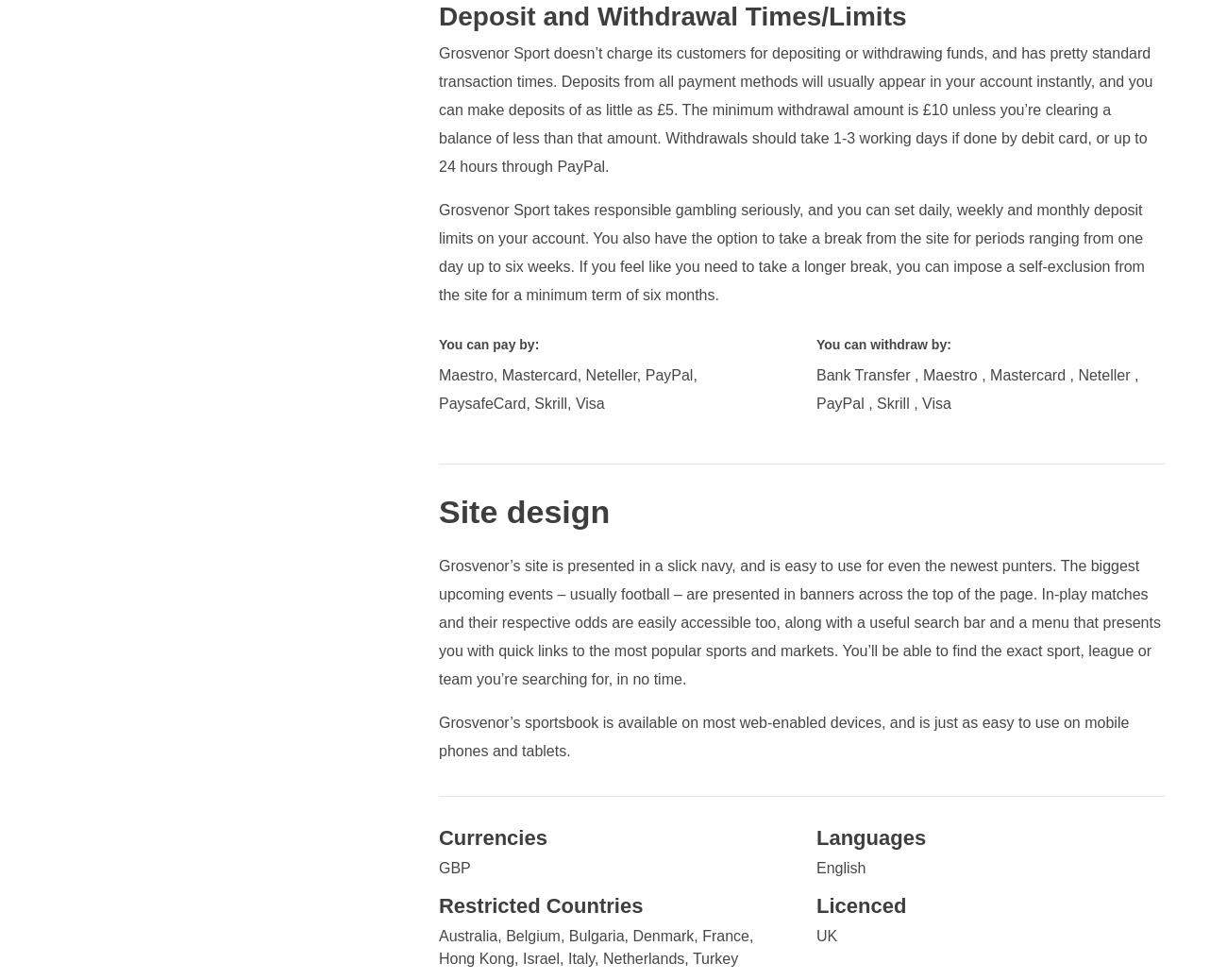 Image resolution: width=1227 pixels, height=980 pixels. Describe the element at coordinates (790, 252) in the screenshot. I see `'Grosvenor Sport takes responsible gambling seriously, and you can set daily, weekly and monthly deposit limits on your account. You also have the option to take a break from the site for periods ranging from one day up to six weeks. If you feel like you need to take a longer break, you can impose a self-exclusion from the site for a minimum term of six months.'` at that location.